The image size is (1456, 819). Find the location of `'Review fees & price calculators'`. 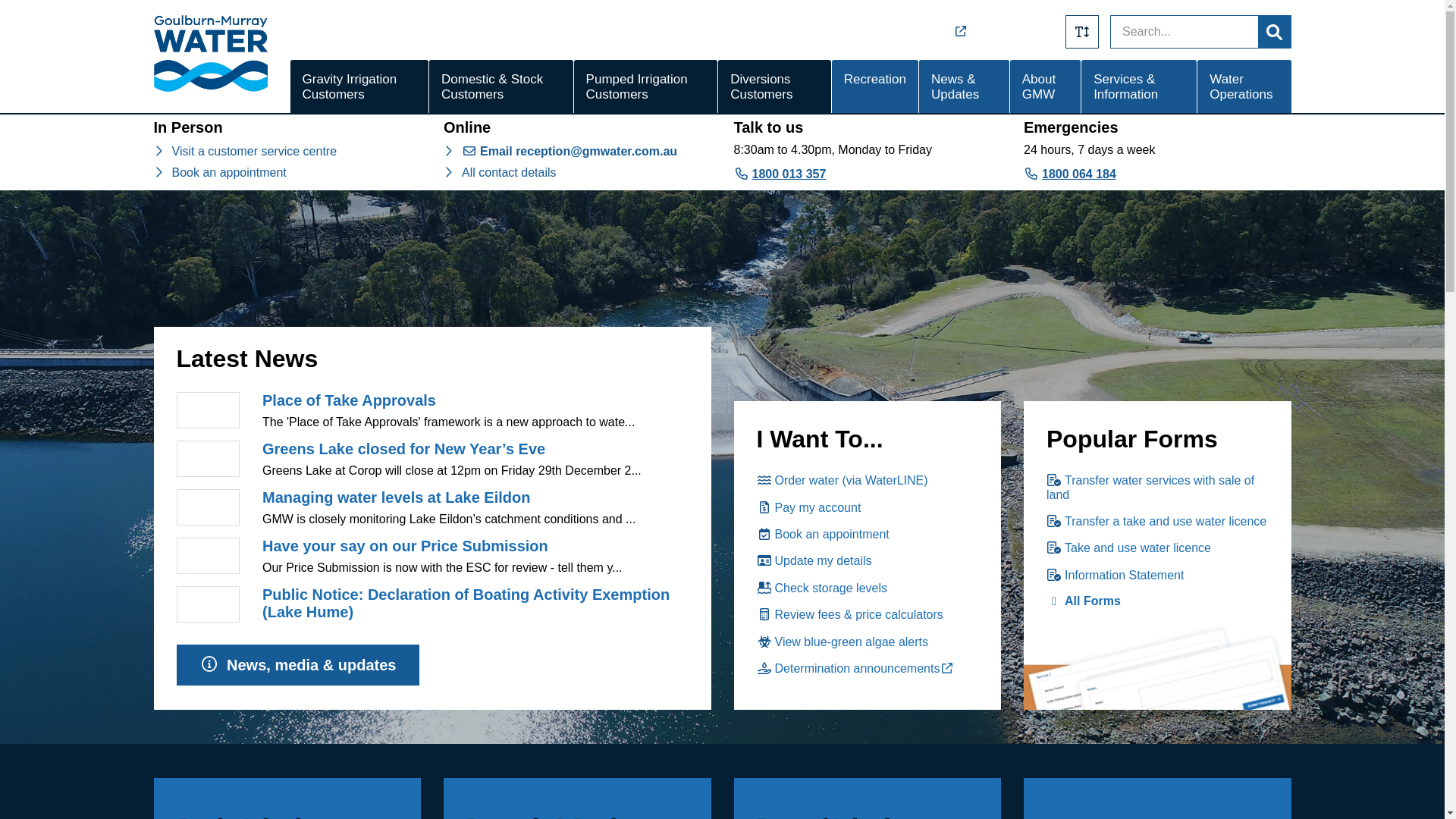

'Review fees & price calculators' is located at coordinates (850, 614).